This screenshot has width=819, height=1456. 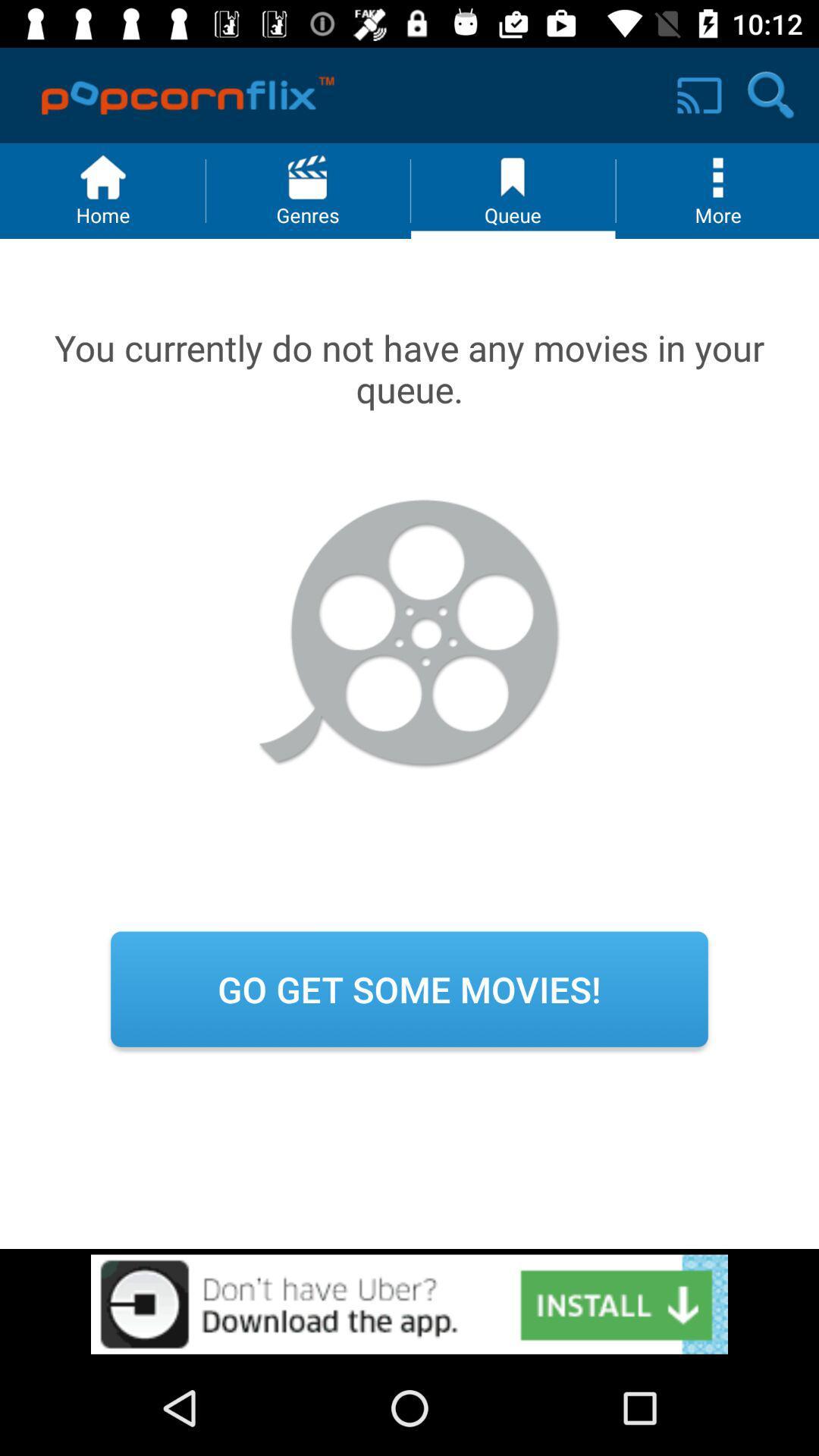 I want to click on advertisement, so click(x=409, y=1304).